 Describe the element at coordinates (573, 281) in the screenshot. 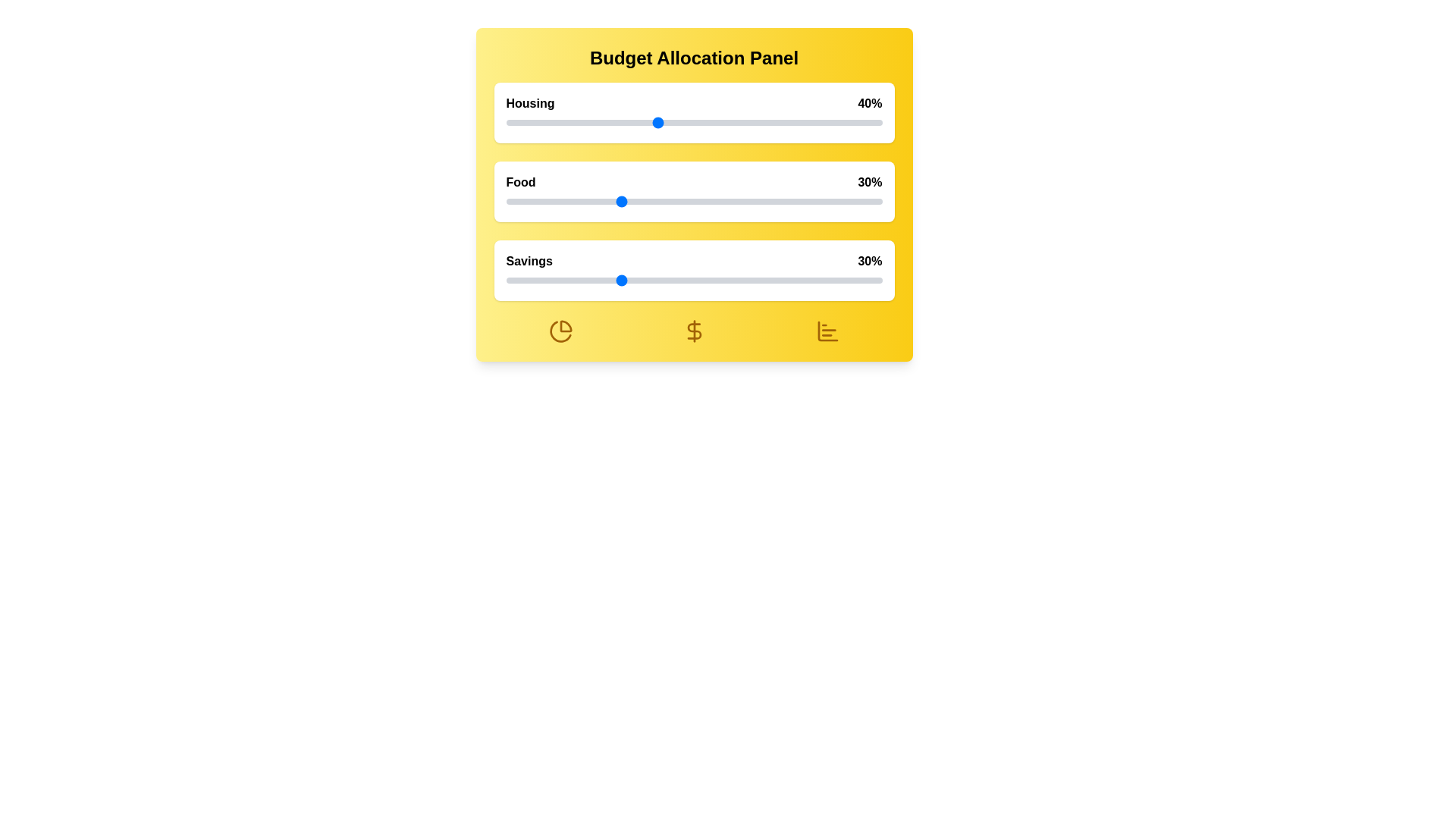

I see `the slider` at that location.